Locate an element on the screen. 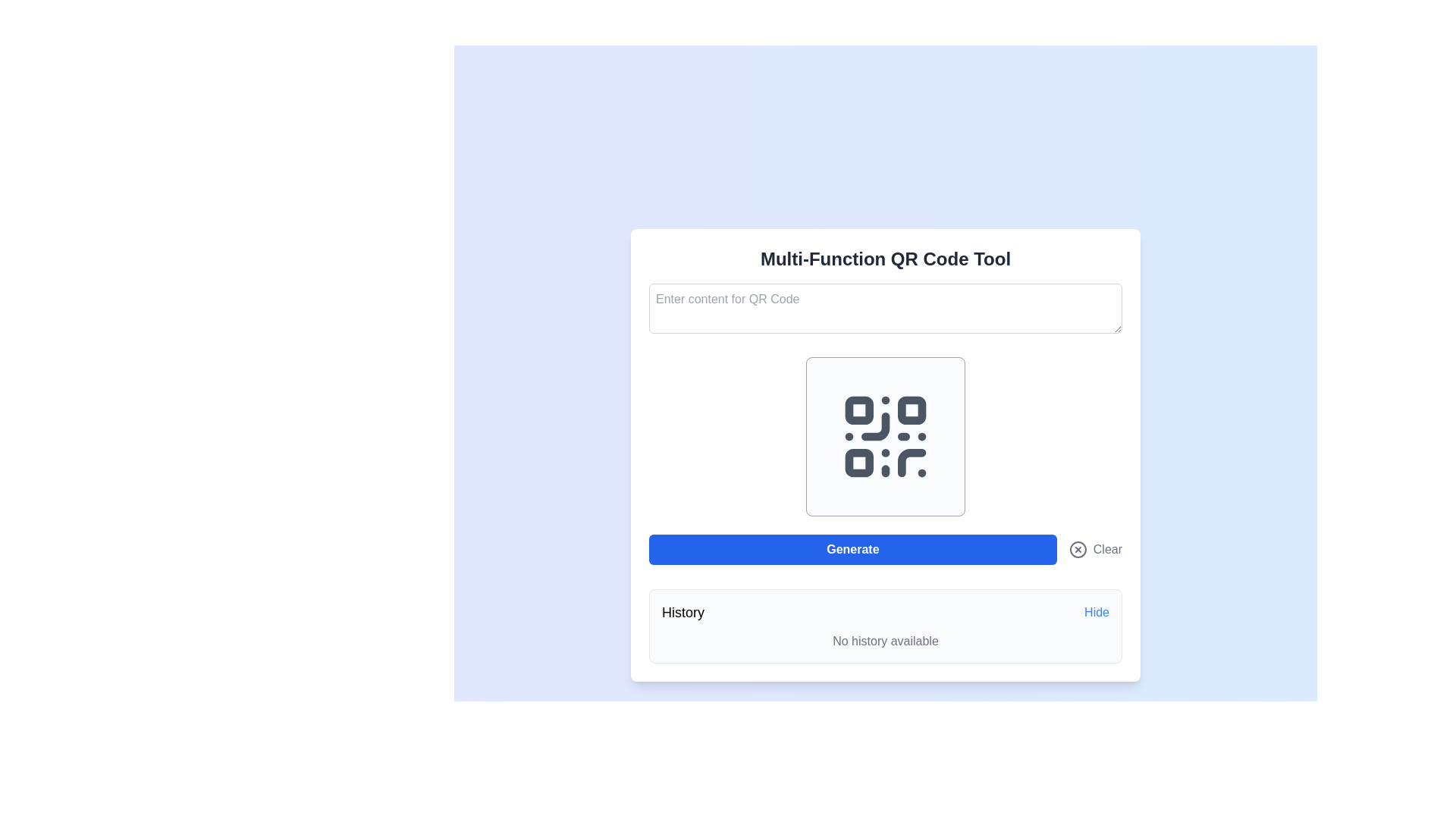 Image resolution: width=1456 pixels, height=819 pixels. the 'Clear' button with an 'x' icon to change its color to red is located at coordinates (1095, 549).